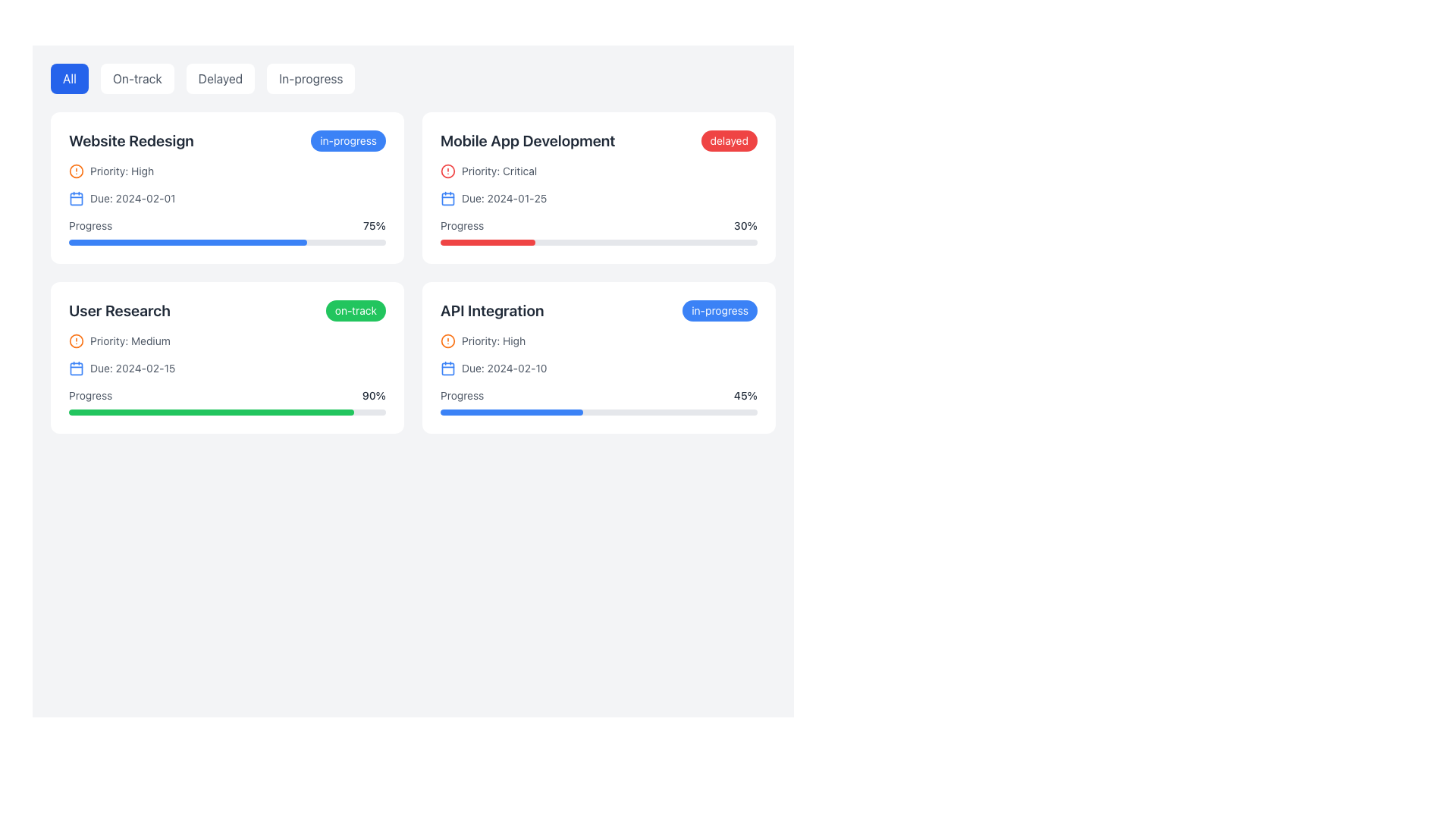 The height and width of the screenshot is (819, 1456). I want to click on the text label or heading titled 'API Integration', which serves as the header for a section or card, located in the bottom-right area of the grid layout, so click(492, 309).